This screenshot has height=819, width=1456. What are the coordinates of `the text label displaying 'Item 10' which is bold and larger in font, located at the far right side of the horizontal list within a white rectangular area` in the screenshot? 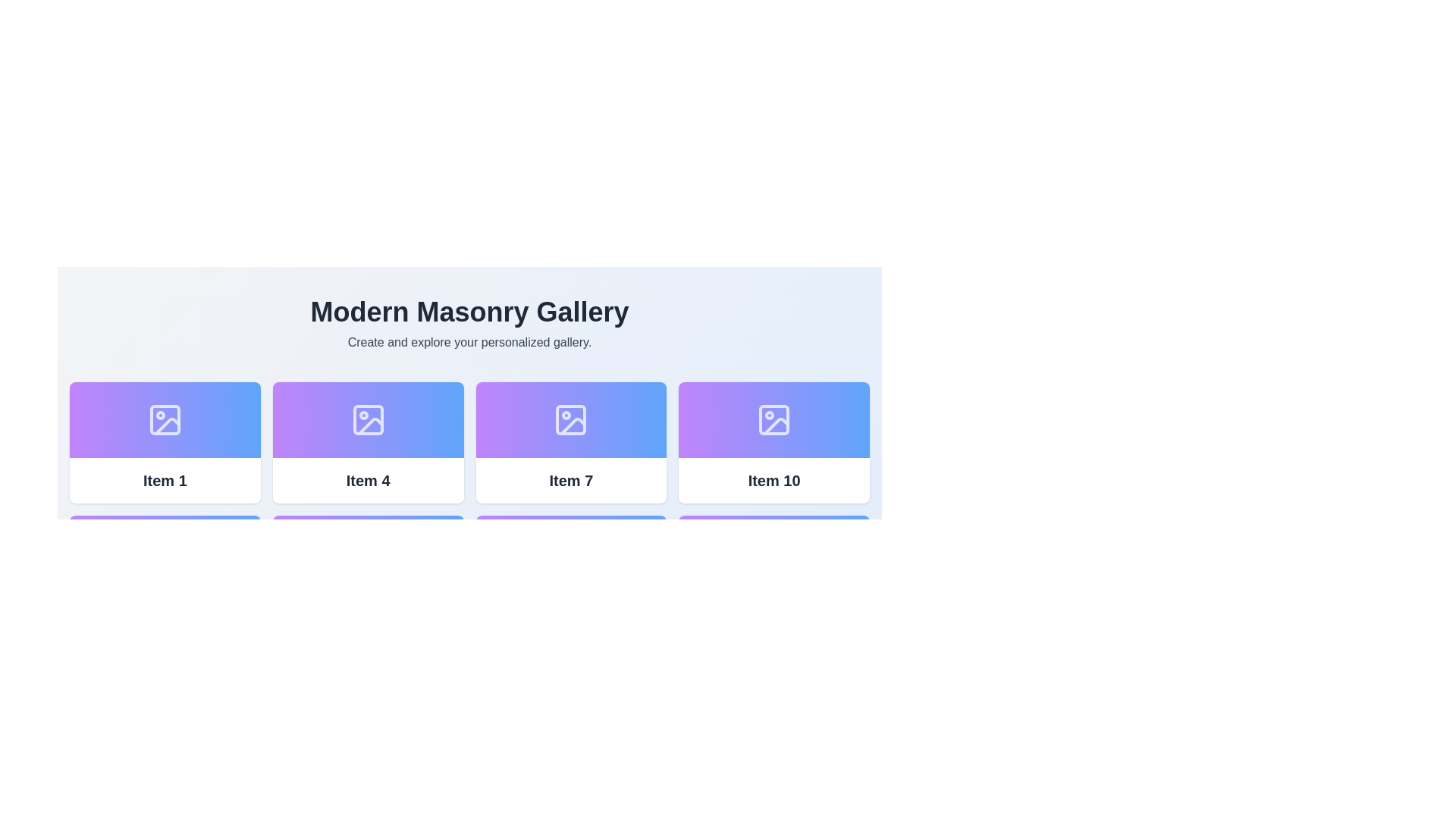 It's located at (774, 480).